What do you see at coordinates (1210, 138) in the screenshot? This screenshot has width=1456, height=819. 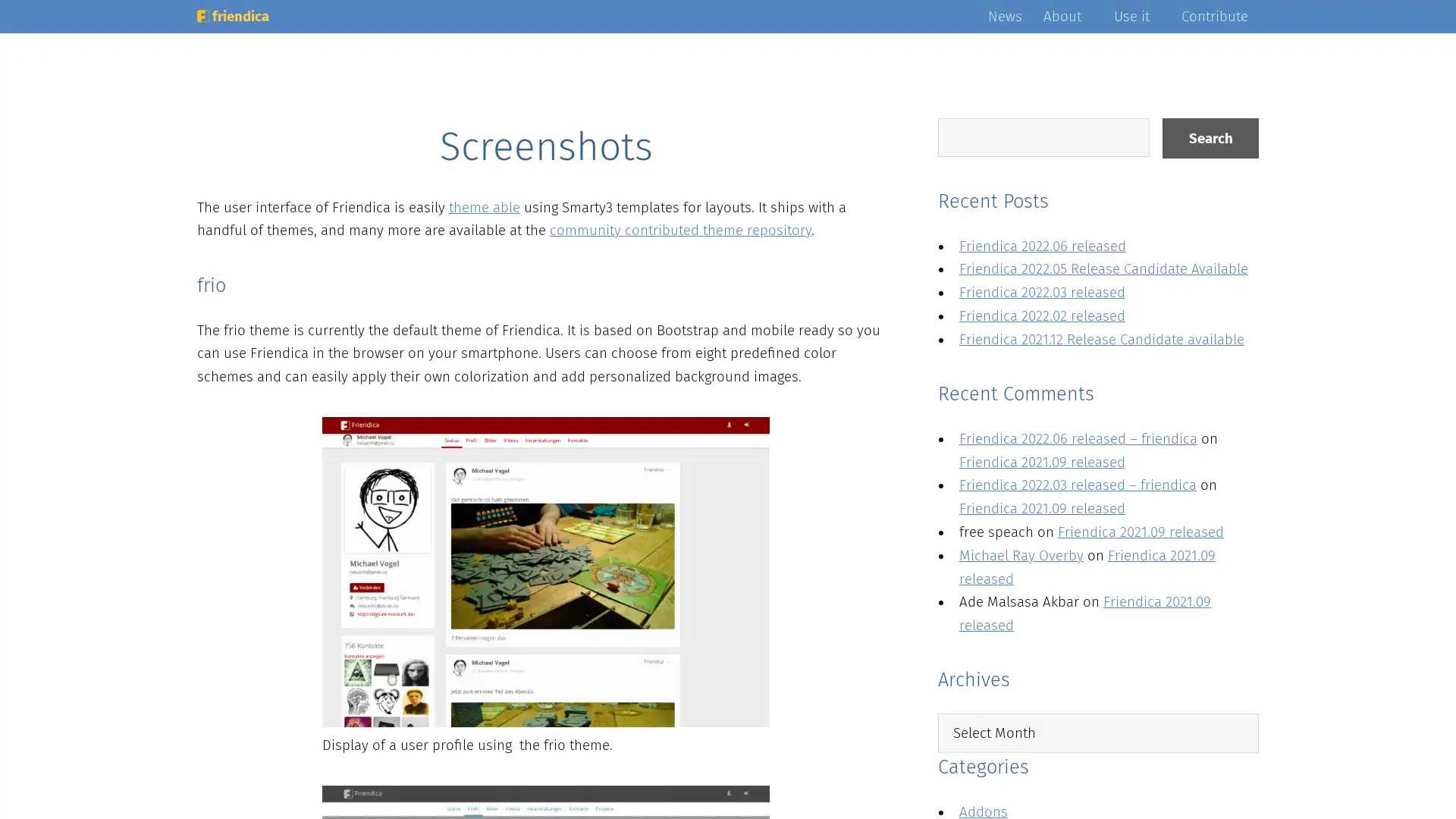 I see `Search` at bounding box center [1210, 138].